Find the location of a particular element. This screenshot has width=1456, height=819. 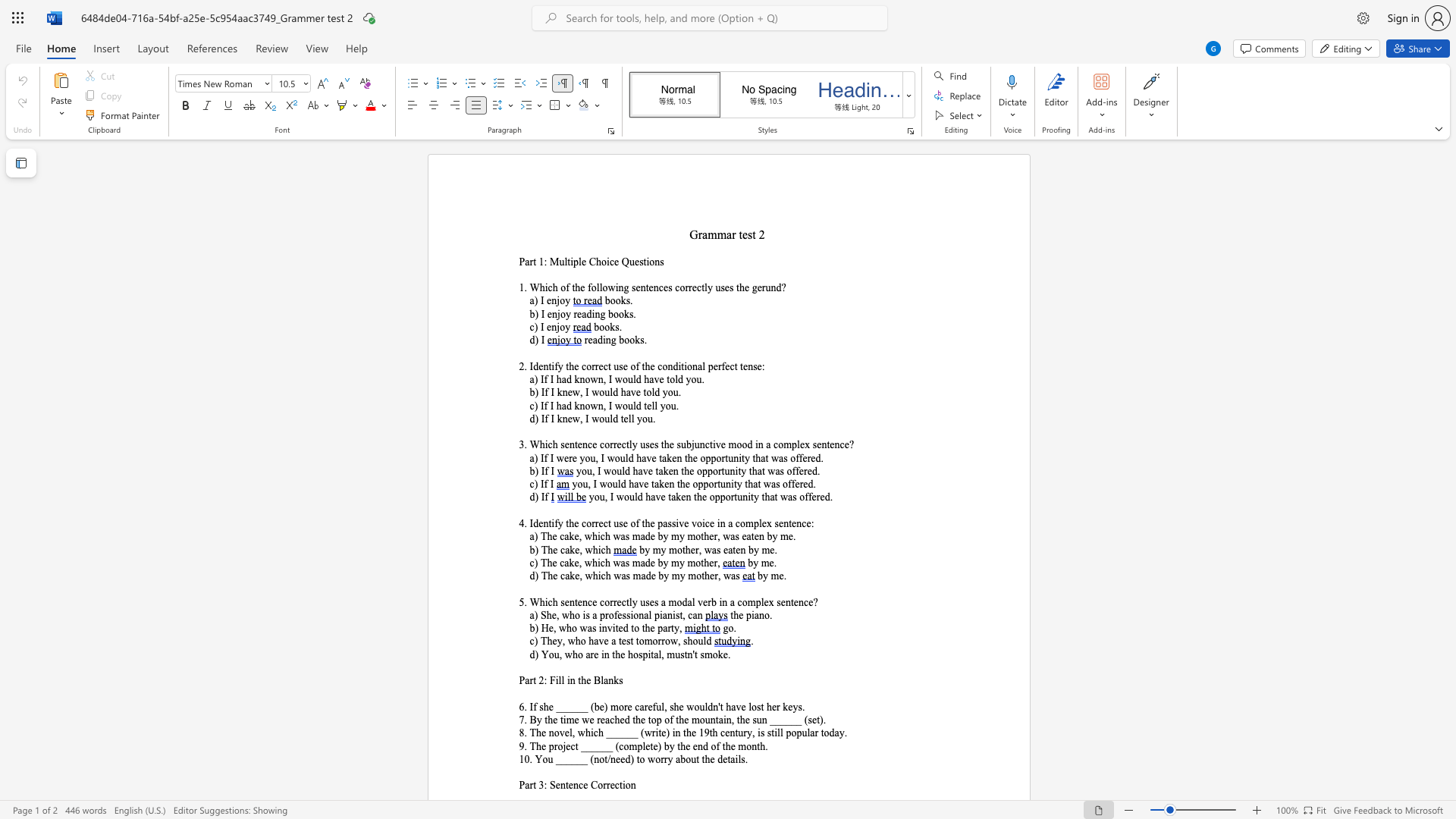

the space between the continuous character "u" and "l" in the text is located at coordinates (632, 378).